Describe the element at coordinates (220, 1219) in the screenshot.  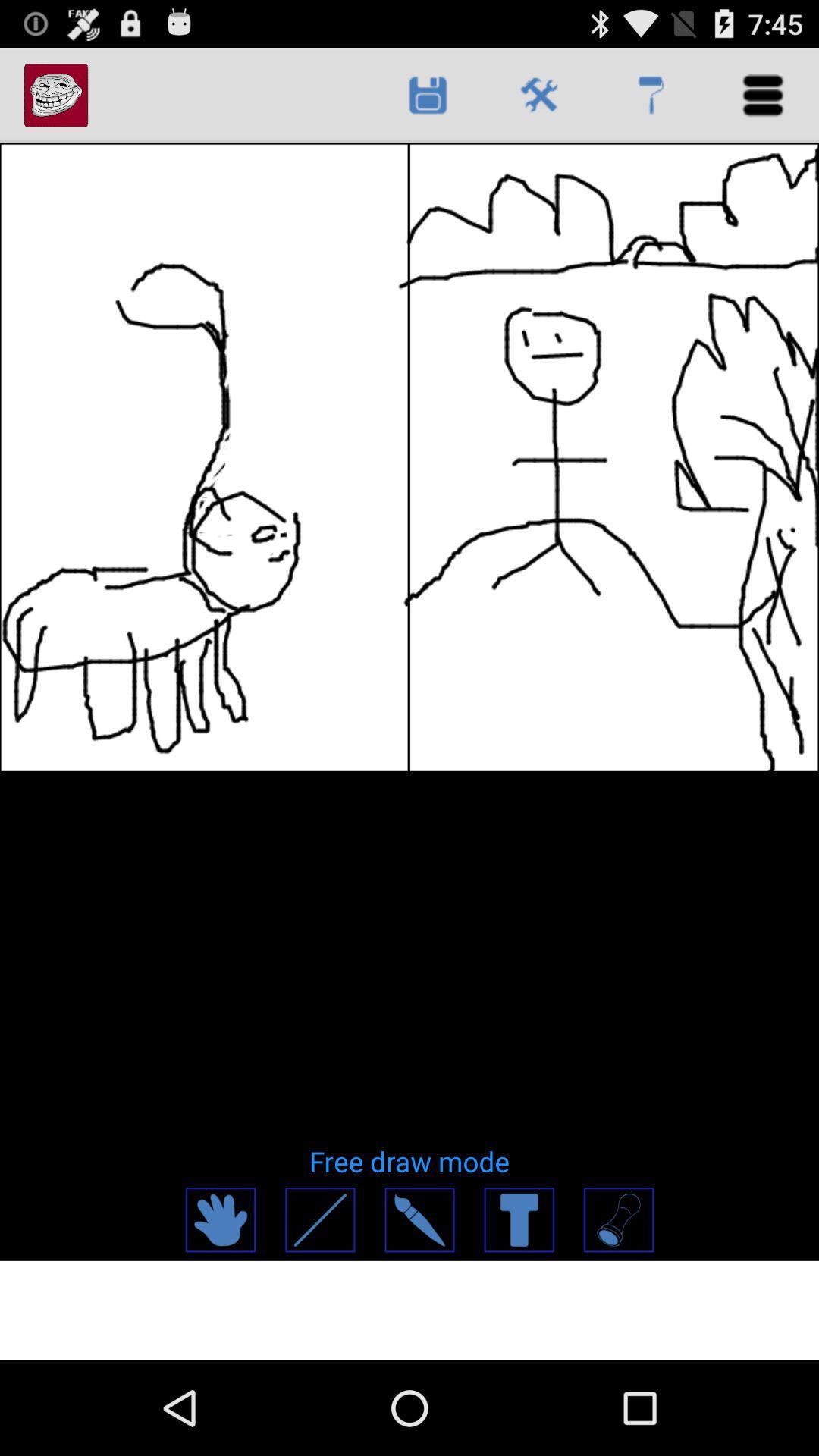
I see `move drawing` at that location.